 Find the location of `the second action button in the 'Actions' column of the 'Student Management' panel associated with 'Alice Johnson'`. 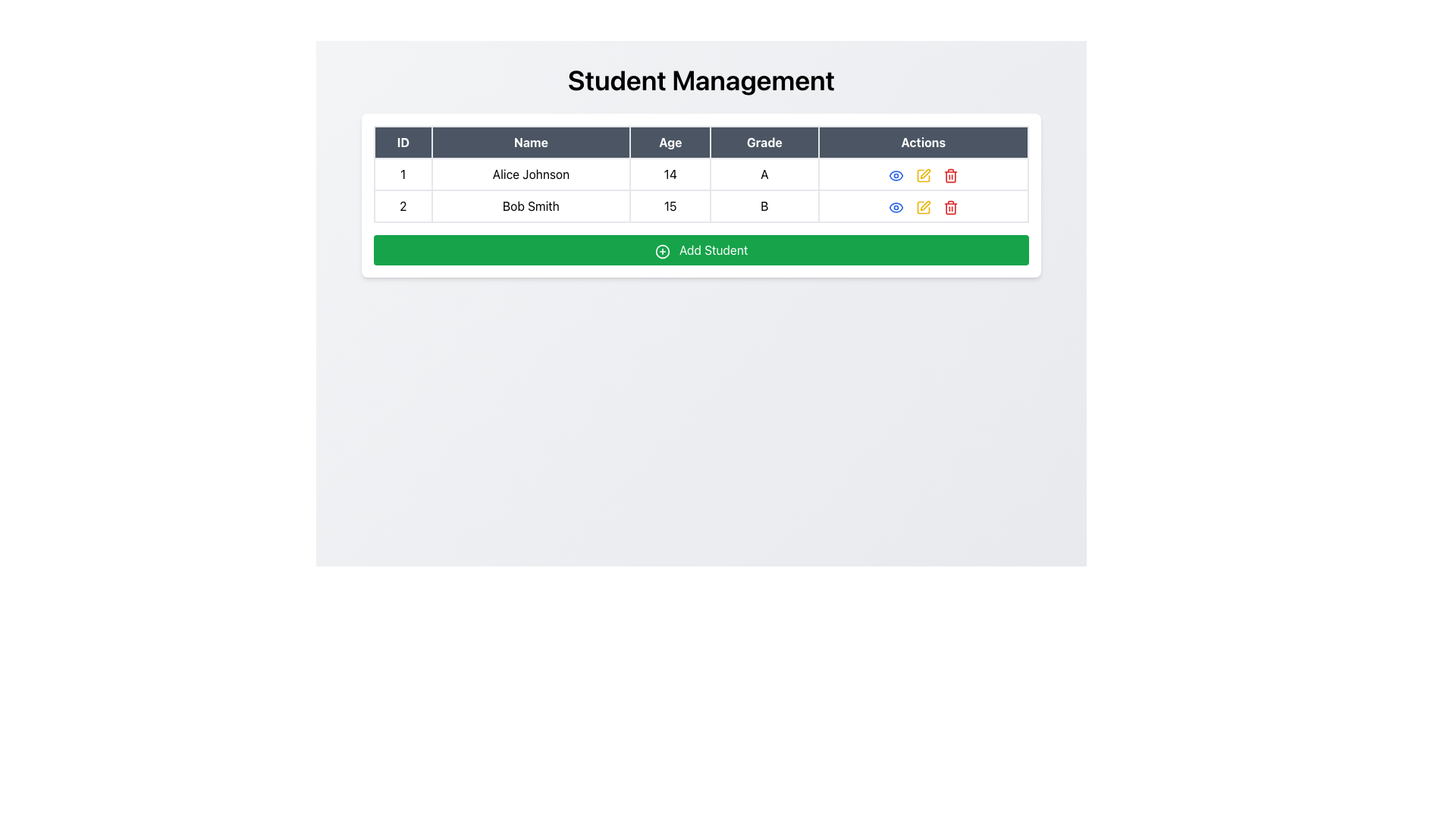

the second action button in the 'Actions' column of the 'Student Management' panel associated with 'Alice Johnson' is located at coordinates (924, 173).